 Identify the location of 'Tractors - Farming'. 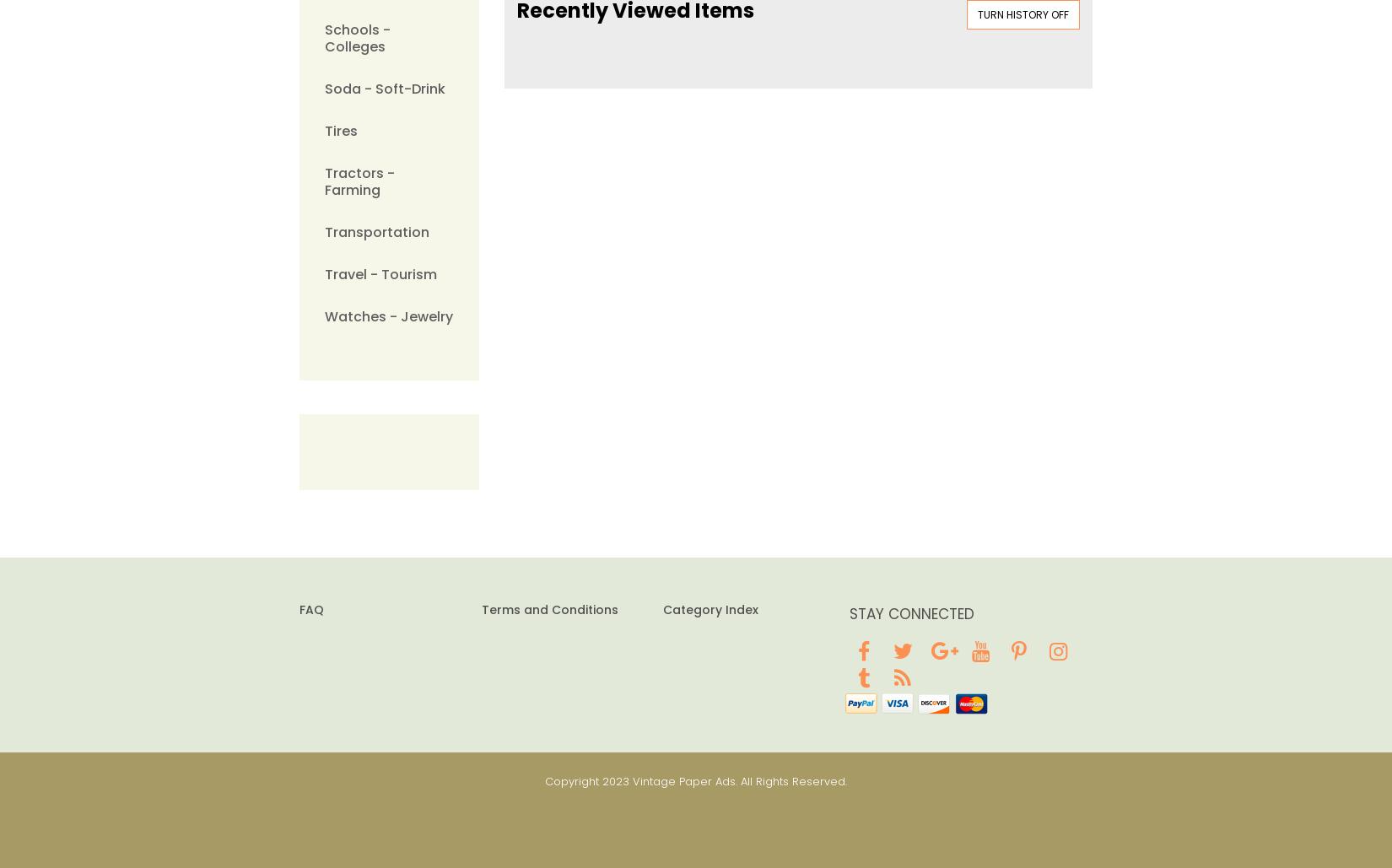
(359, 181).